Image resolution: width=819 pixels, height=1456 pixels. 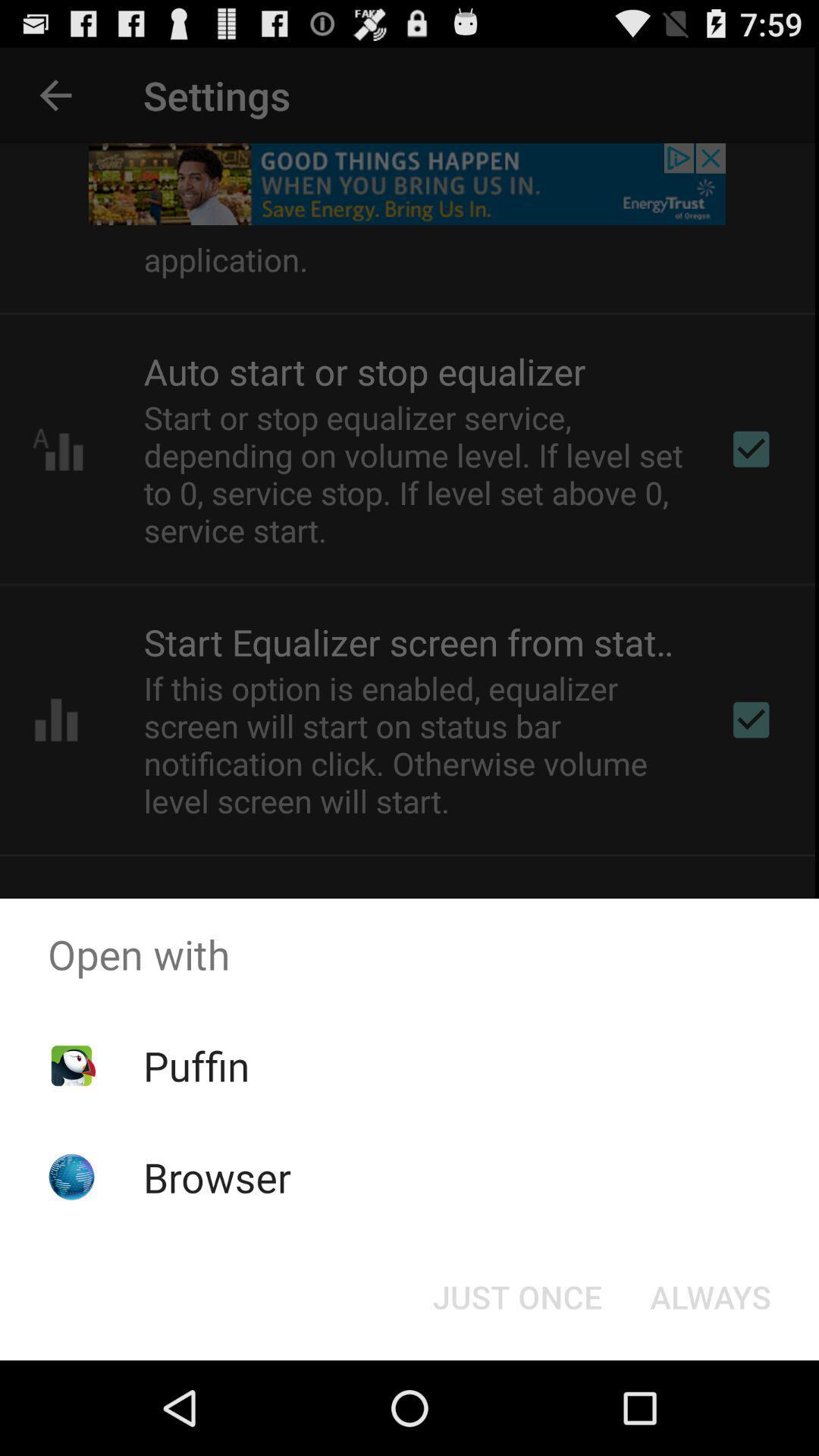 What do you see at coordinates (217, 1176) in the screenshot?
I see `the browser app` at bounding box center [217, 1176].